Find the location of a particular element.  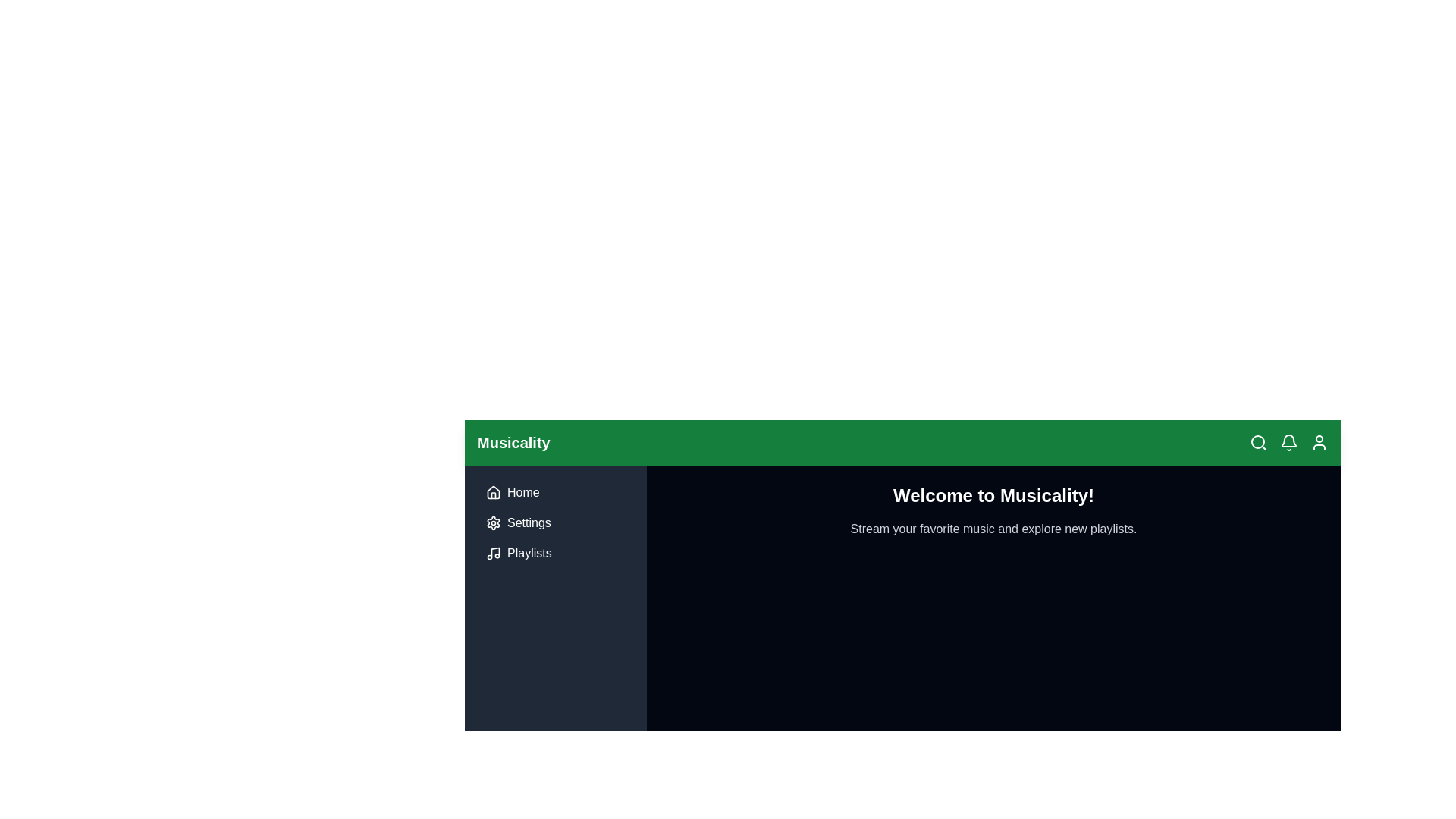

the 'Home' text label in the left navigation panel, which is styled in white against a dark background and is the first item in the vertical list of navigation options is located at coordinates (523, 493).